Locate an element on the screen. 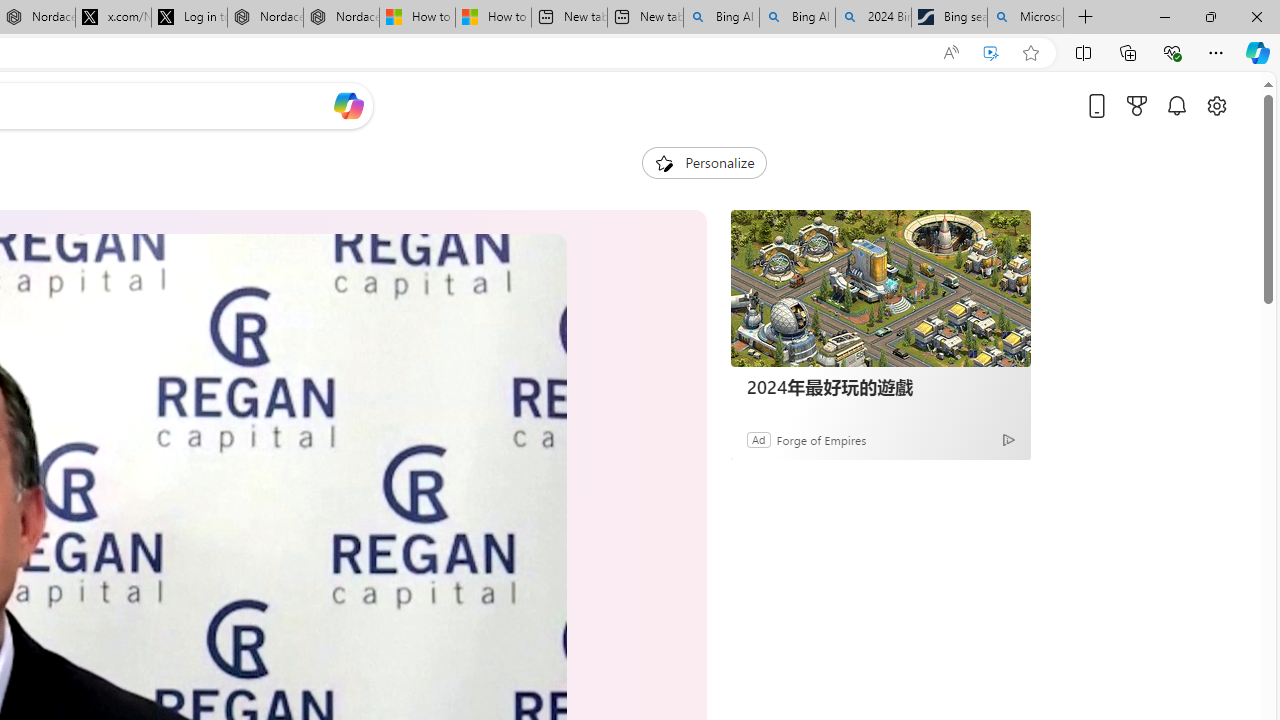  'Personalize' is located at coordinates (704, 162).